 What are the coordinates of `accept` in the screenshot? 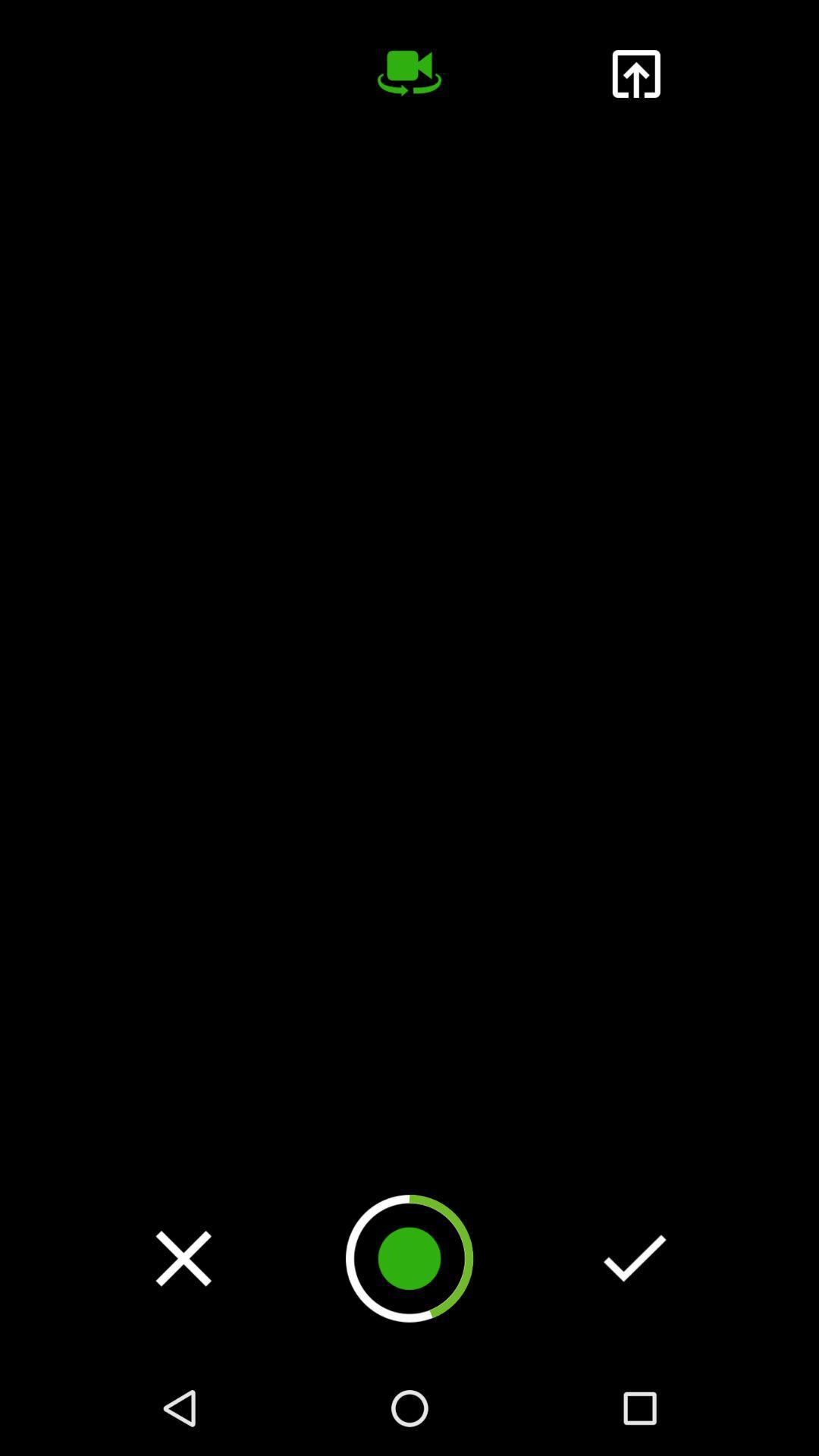 It's located at (635, 1258).